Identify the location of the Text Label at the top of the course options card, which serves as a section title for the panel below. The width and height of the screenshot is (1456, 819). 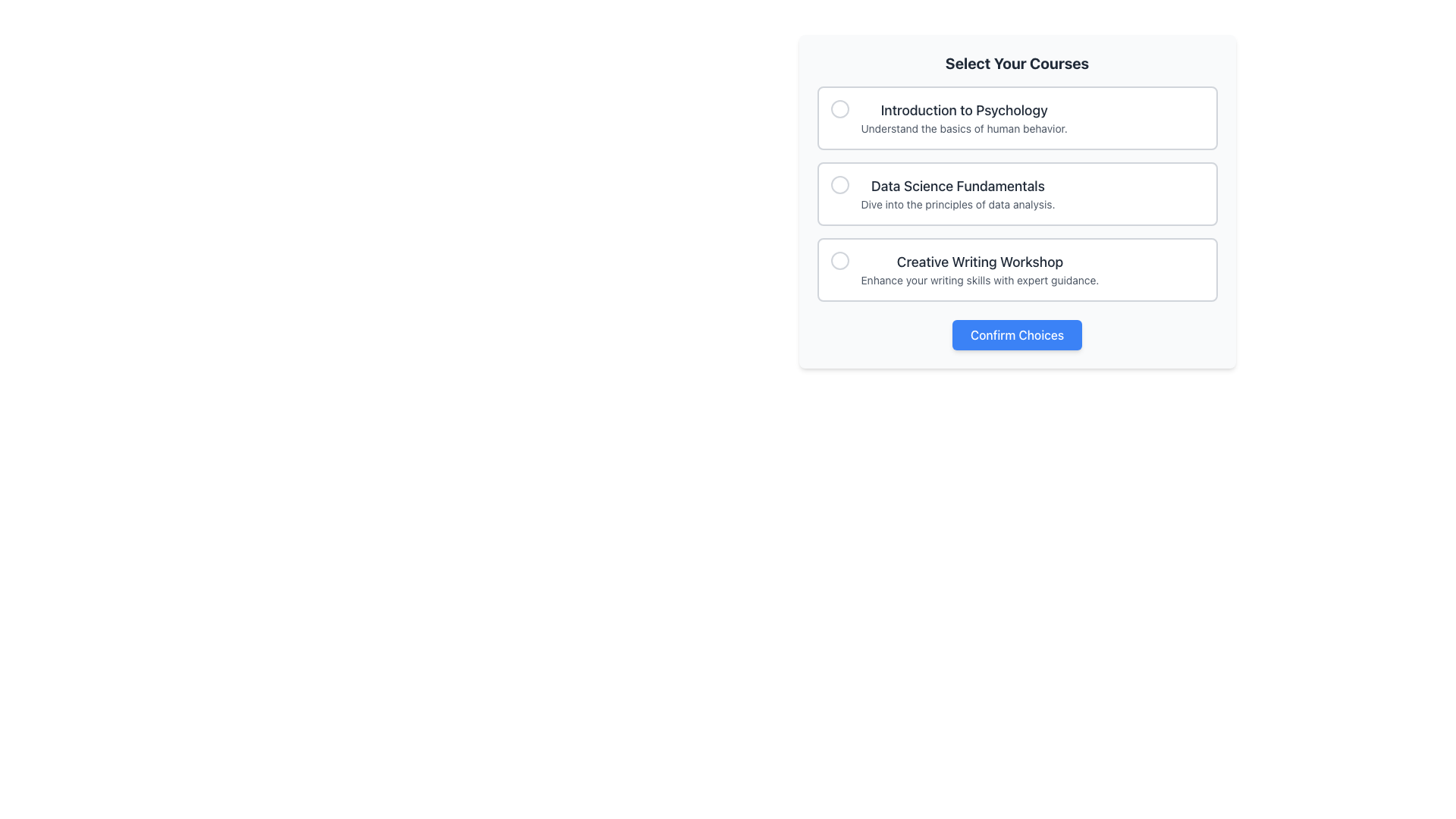
(1017, 63).